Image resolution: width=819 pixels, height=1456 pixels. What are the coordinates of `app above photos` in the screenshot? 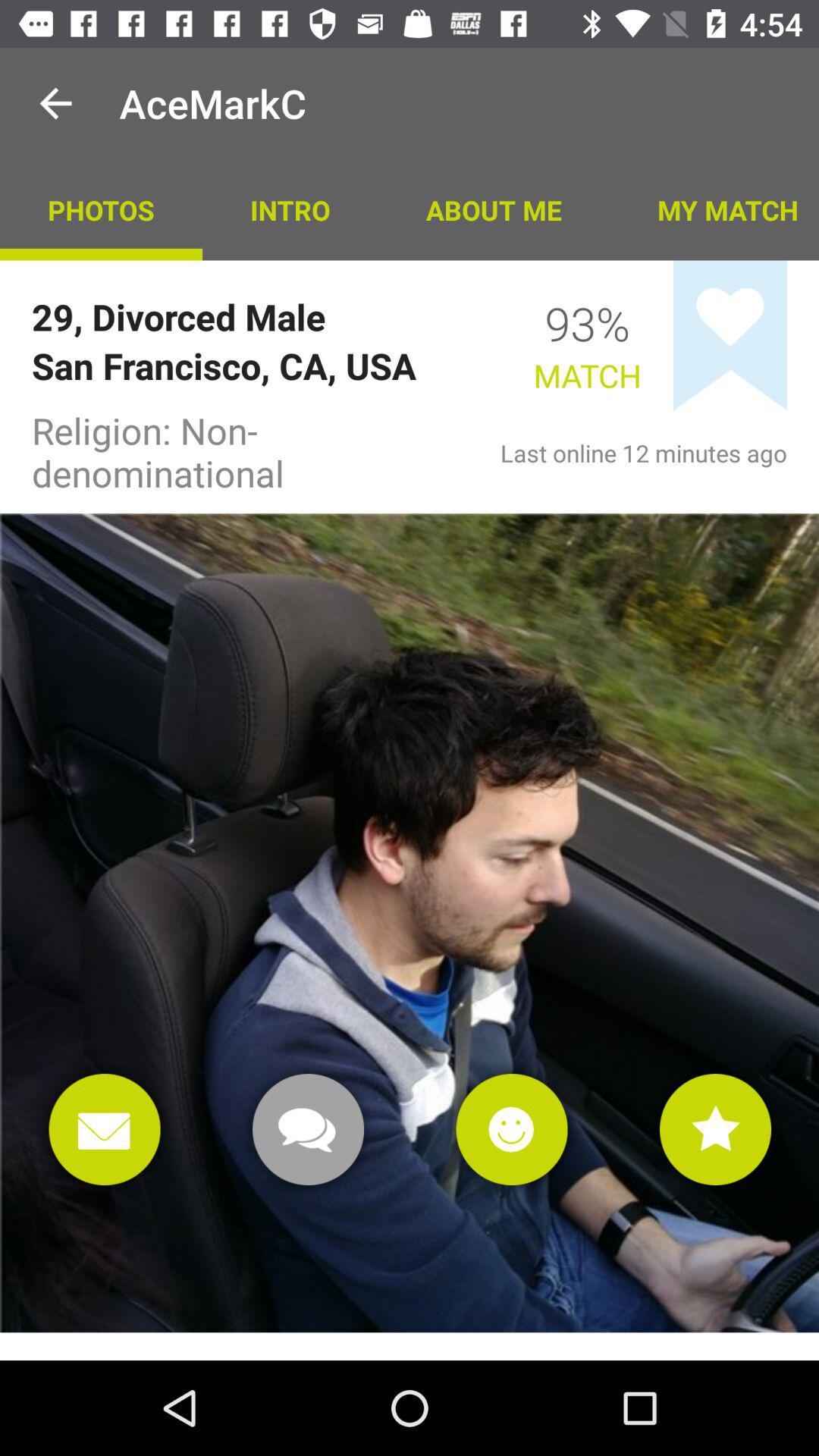 It's located at (55, 102).